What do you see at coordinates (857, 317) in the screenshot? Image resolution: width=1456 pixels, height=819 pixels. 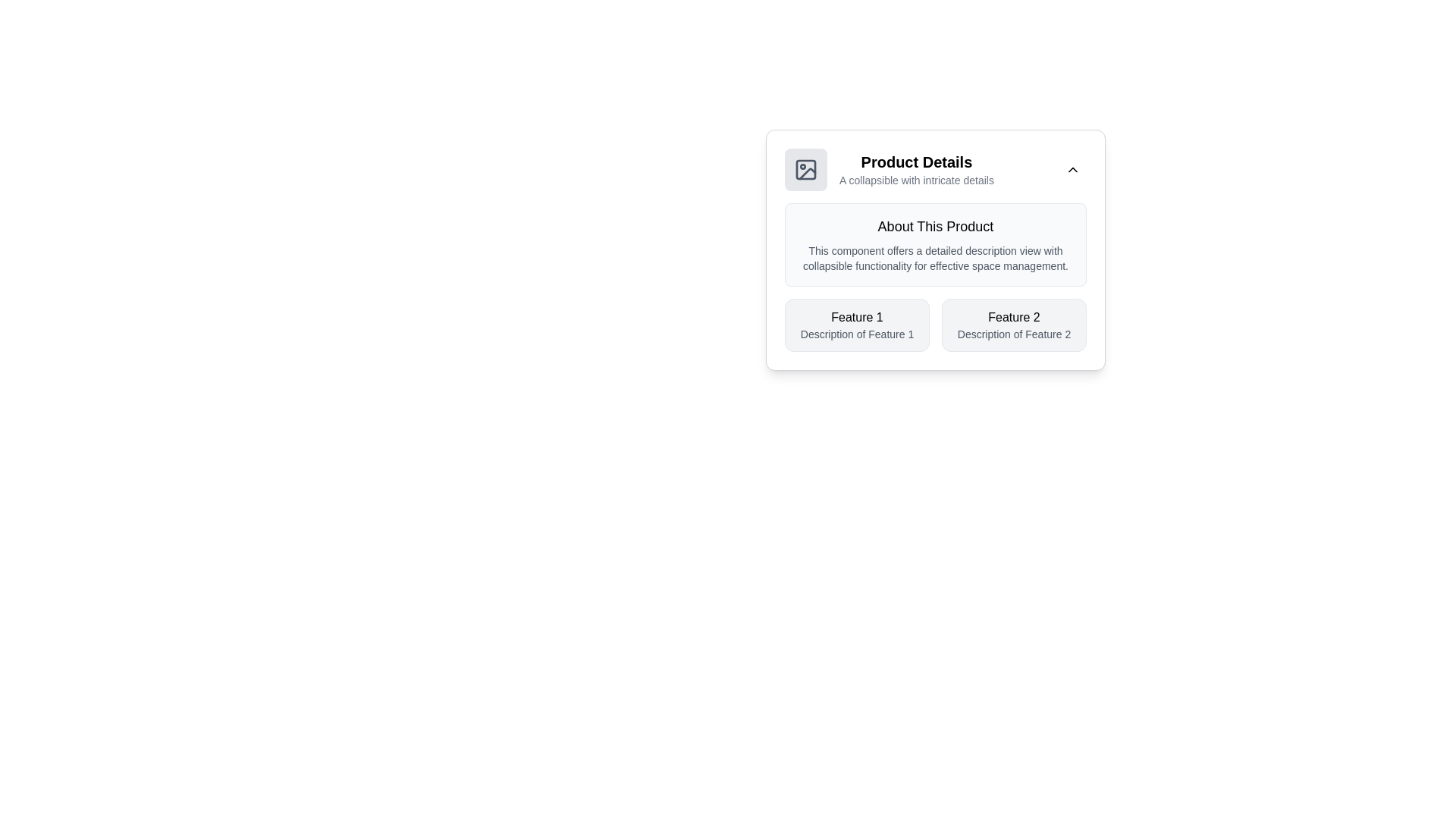 I see `text from the header or title of the feature represented by the Text label, which is positioned above the 'Description of Feature 1' text within a rounded rectangle box` at bounding box center [857, 317].